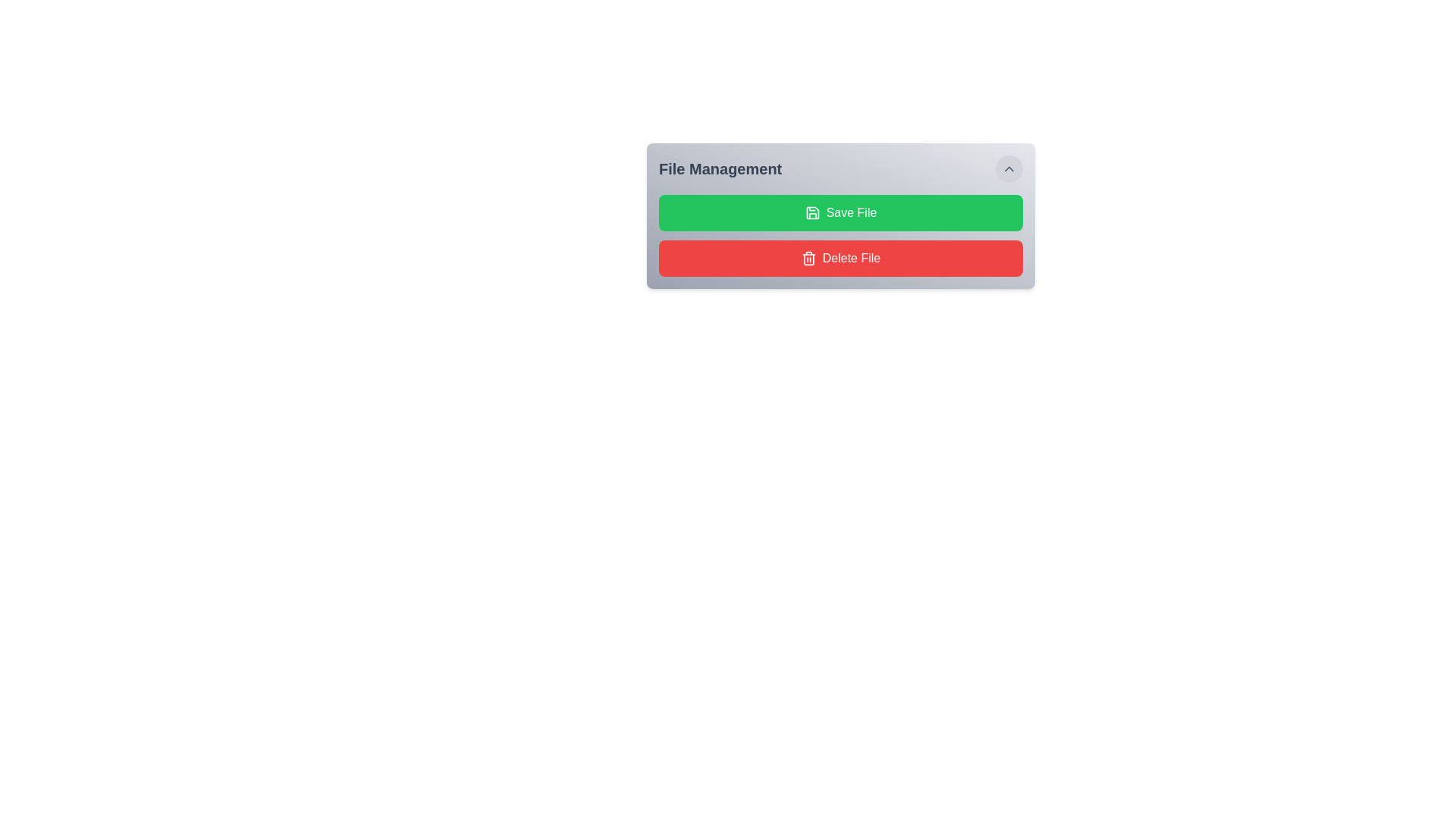 The height and width of the screenshot is (819, 1456). Describe the element at coordinates (852, 213) in the screenshot. I see `the 'Save File' text label, which is styled in white on a green background and is part of the button with a floppy disk icon` at that location.